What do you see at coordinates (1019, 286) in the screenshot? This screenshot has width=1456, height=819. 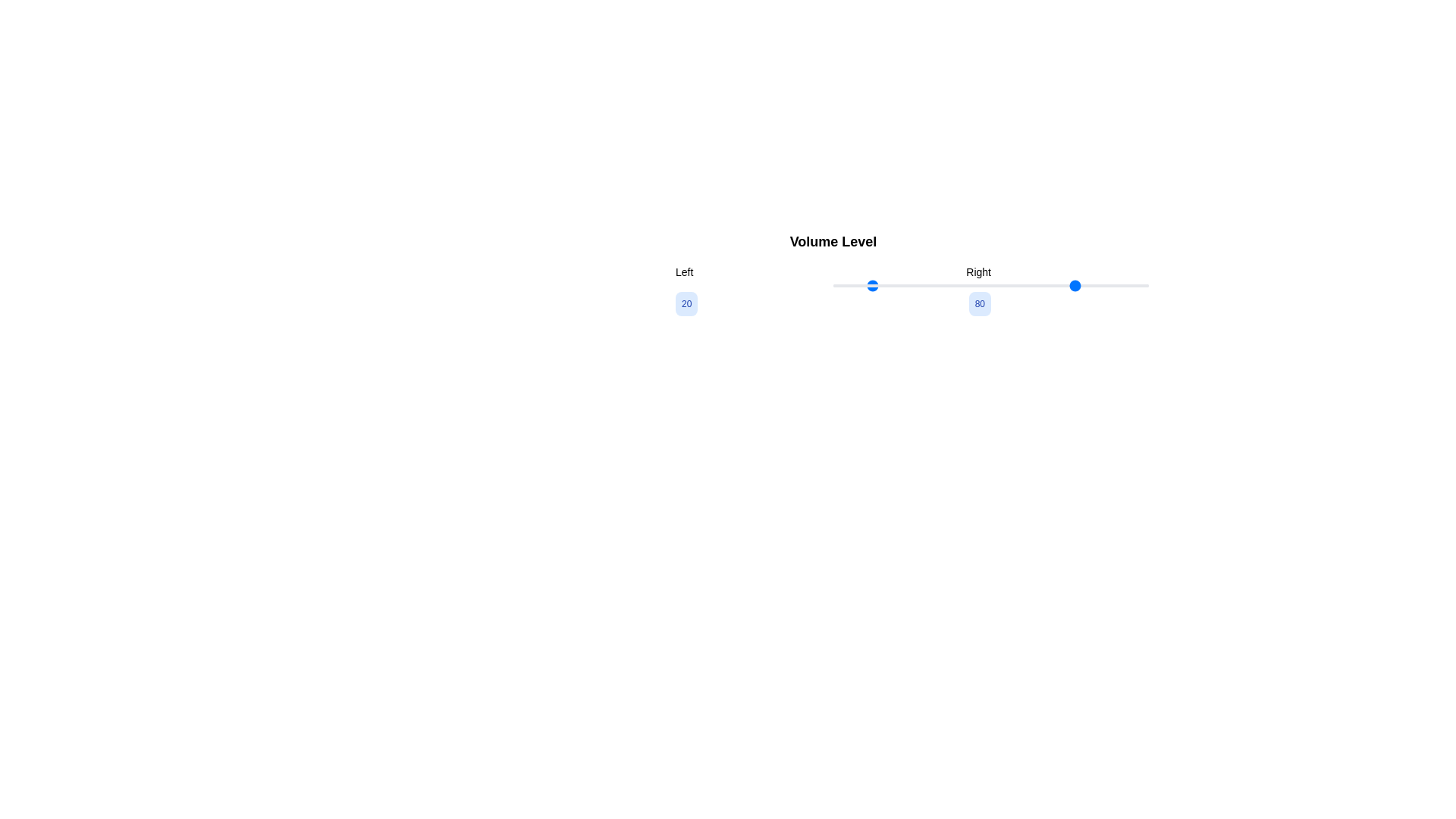 I see `the slider value` at bounding box center [1019, 286].